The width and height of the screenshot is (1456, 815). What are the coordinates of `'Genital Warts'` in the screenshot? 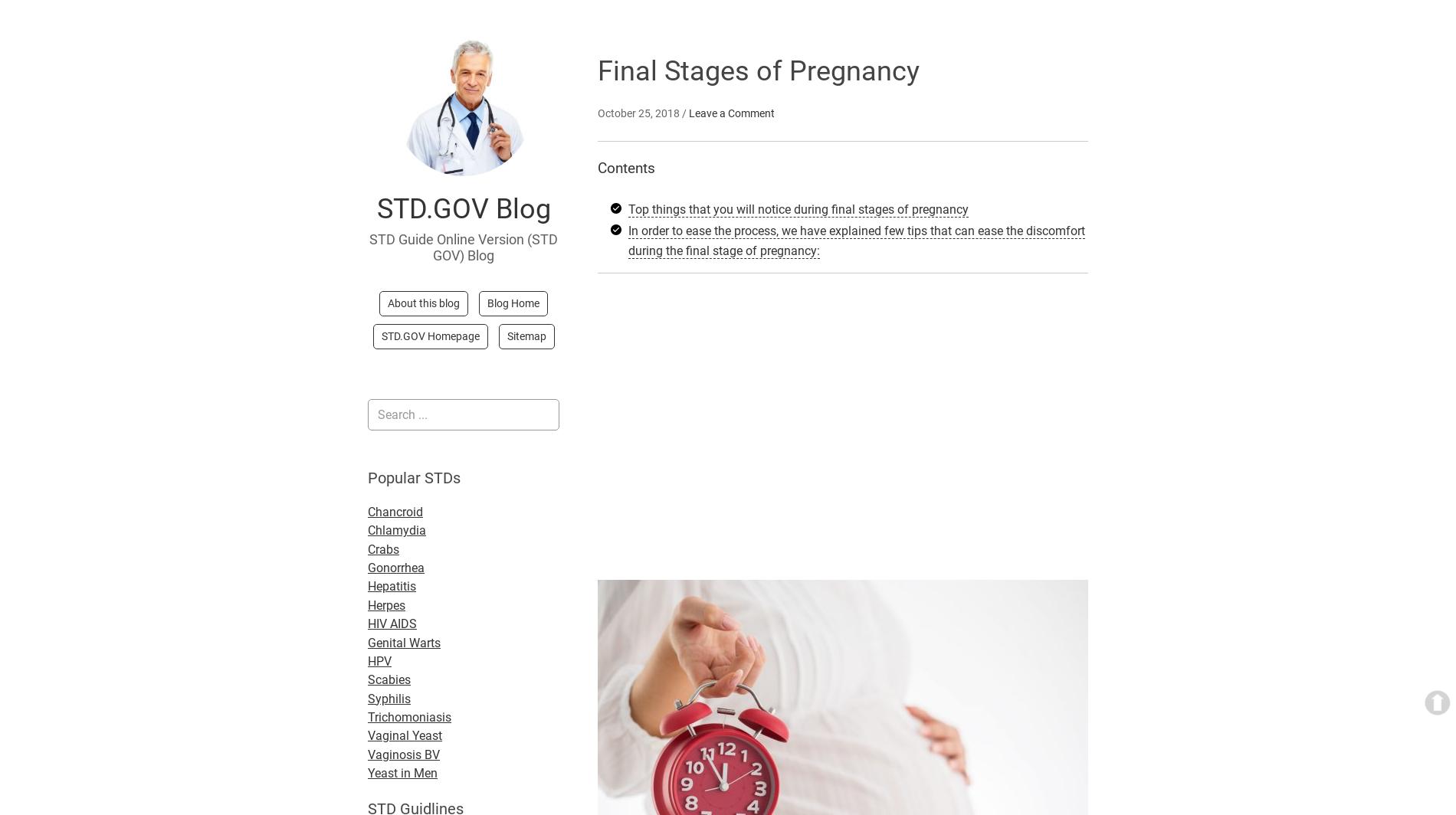 It's located at (404, 642).